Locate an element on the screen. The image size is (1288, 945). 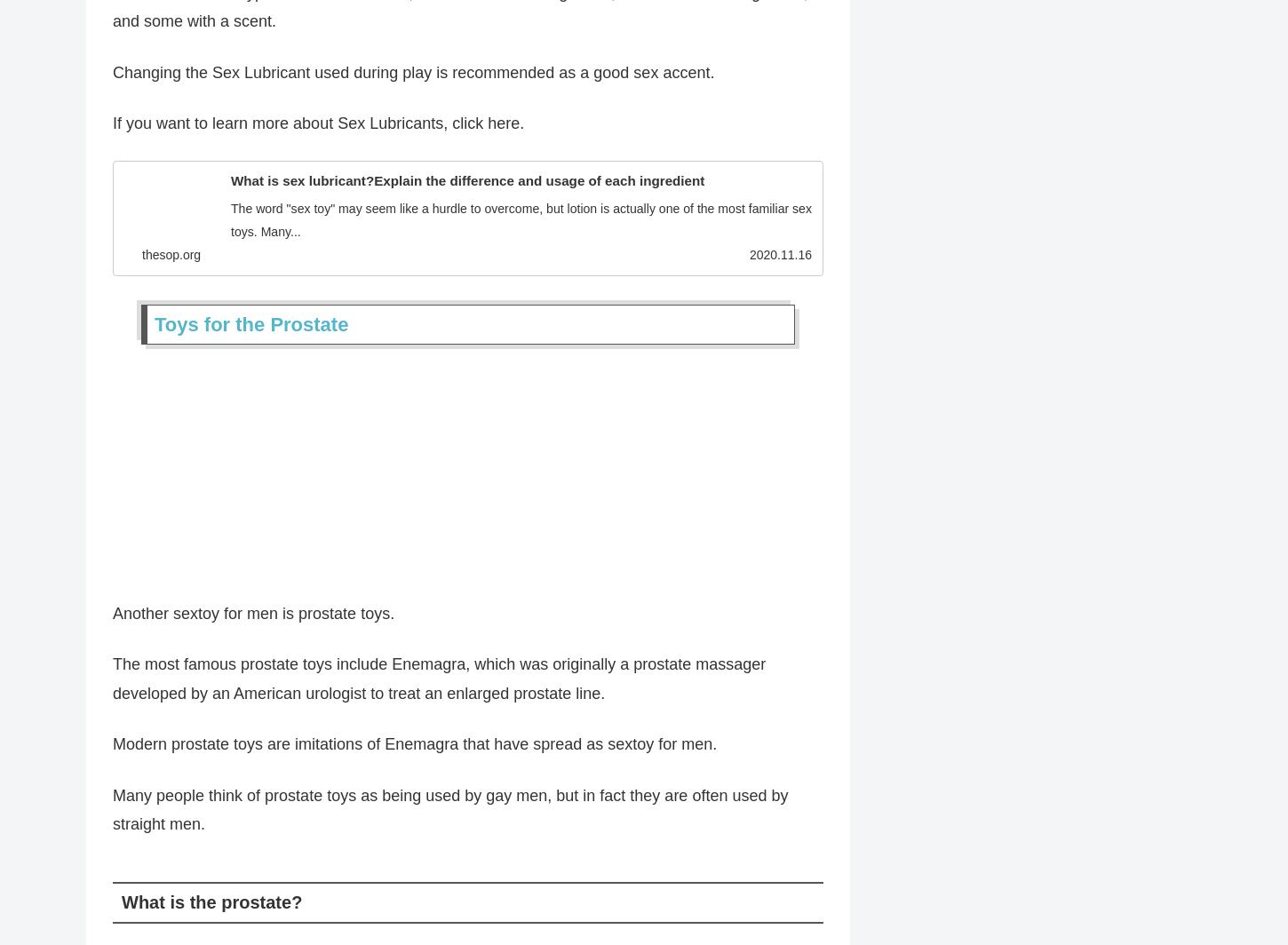
'Toys for the Prostate' is located at coordinates (251, 330).